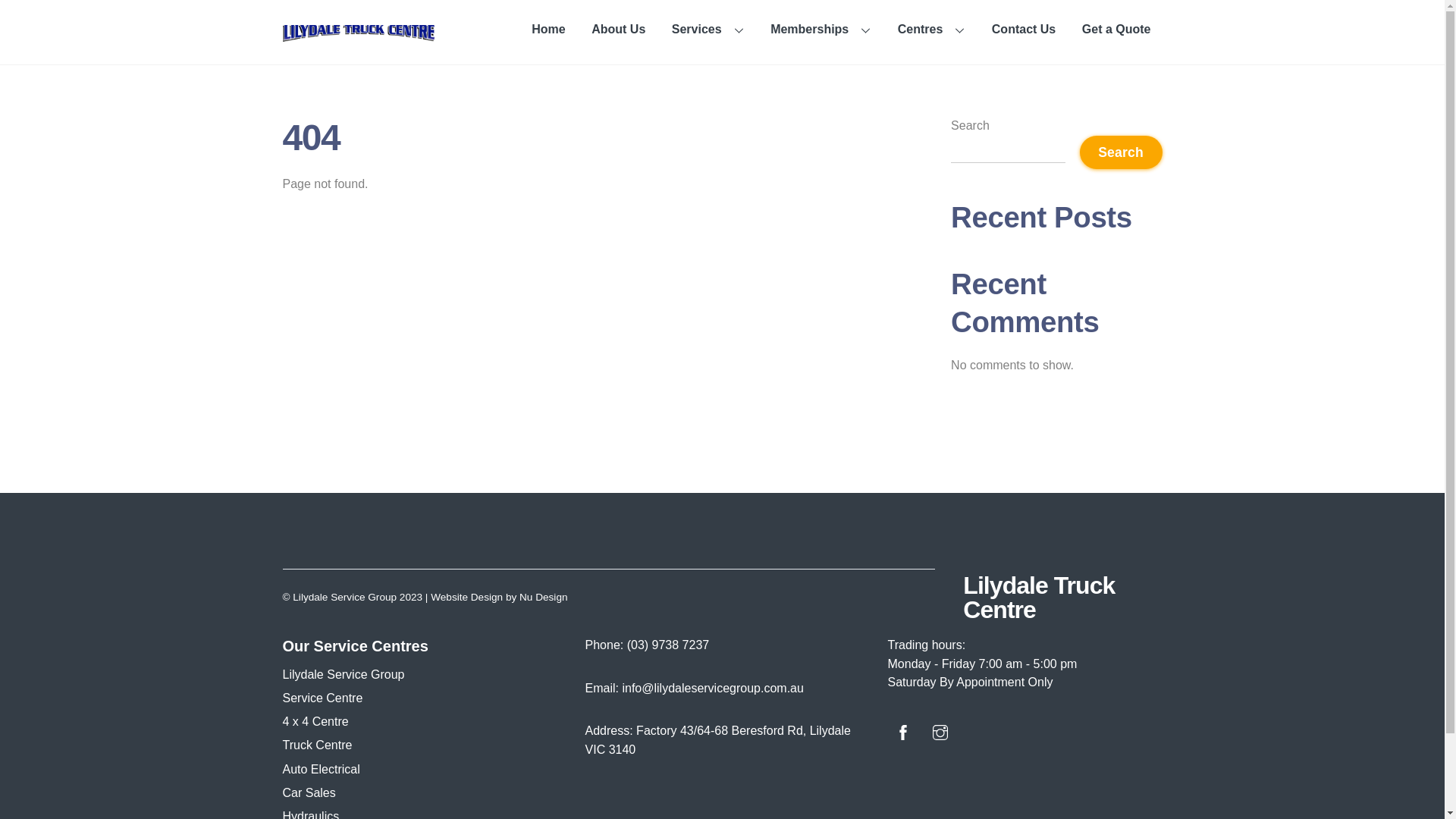 The width and height of the screenshot is (1456, 819). Describe the element at coordinates (1116, 29) in the screenshot. I see `'Get a Quote'` at that location.